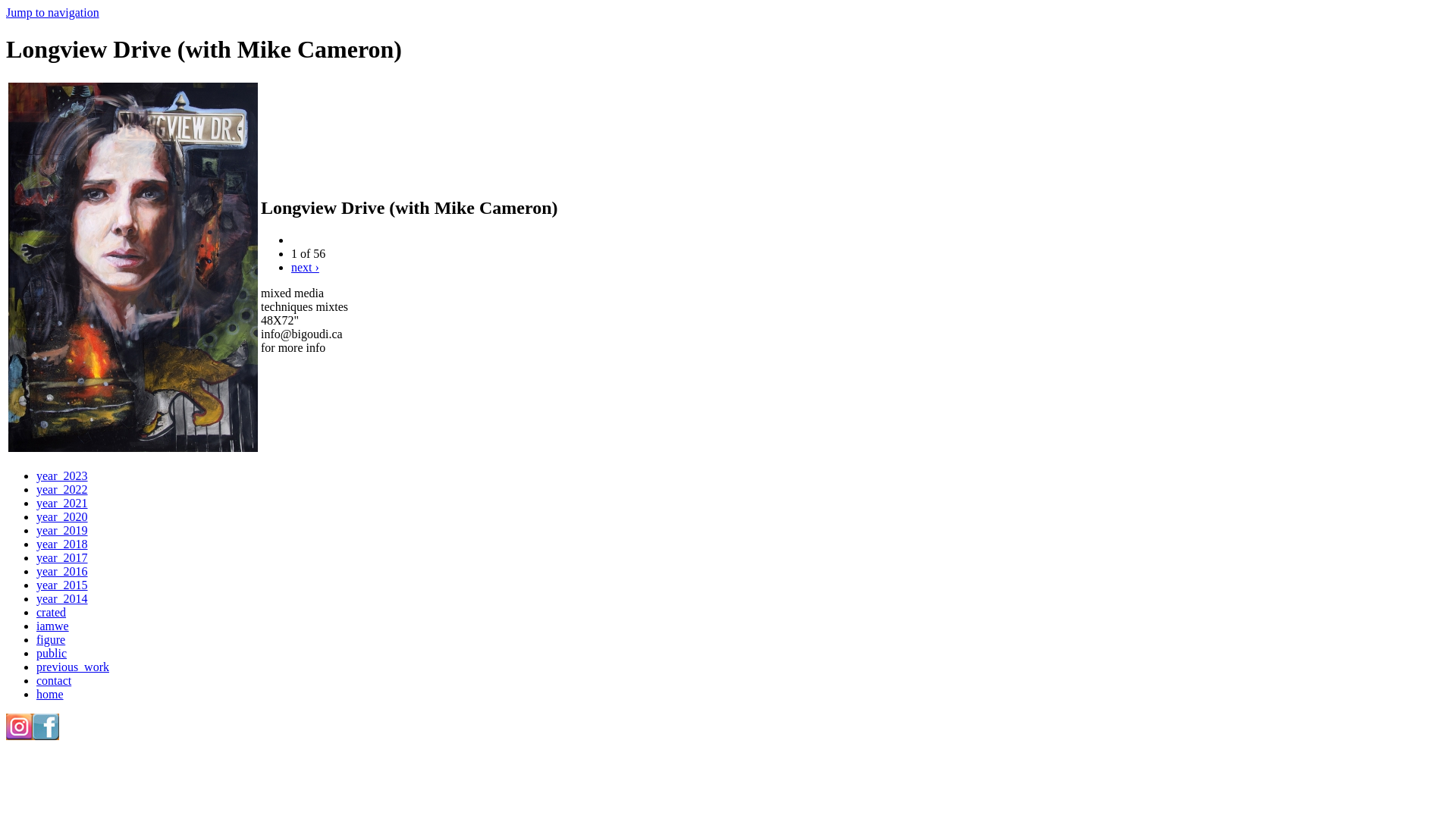  What do you see at coordinates (52, 12) in the screenshot?
I see `'Jump to navigation'` at bounding box center [52, 12].